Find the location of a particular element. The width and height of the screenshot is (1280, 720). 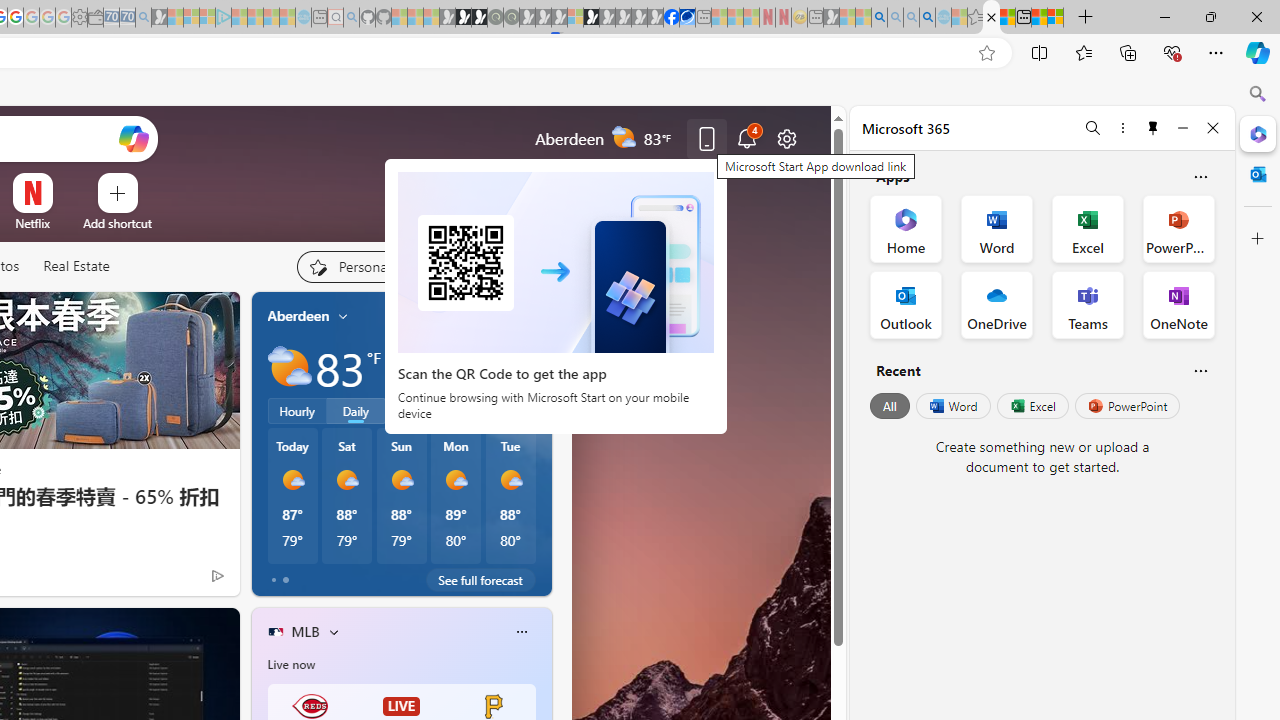

'All' is located at coordinates (889, 405).